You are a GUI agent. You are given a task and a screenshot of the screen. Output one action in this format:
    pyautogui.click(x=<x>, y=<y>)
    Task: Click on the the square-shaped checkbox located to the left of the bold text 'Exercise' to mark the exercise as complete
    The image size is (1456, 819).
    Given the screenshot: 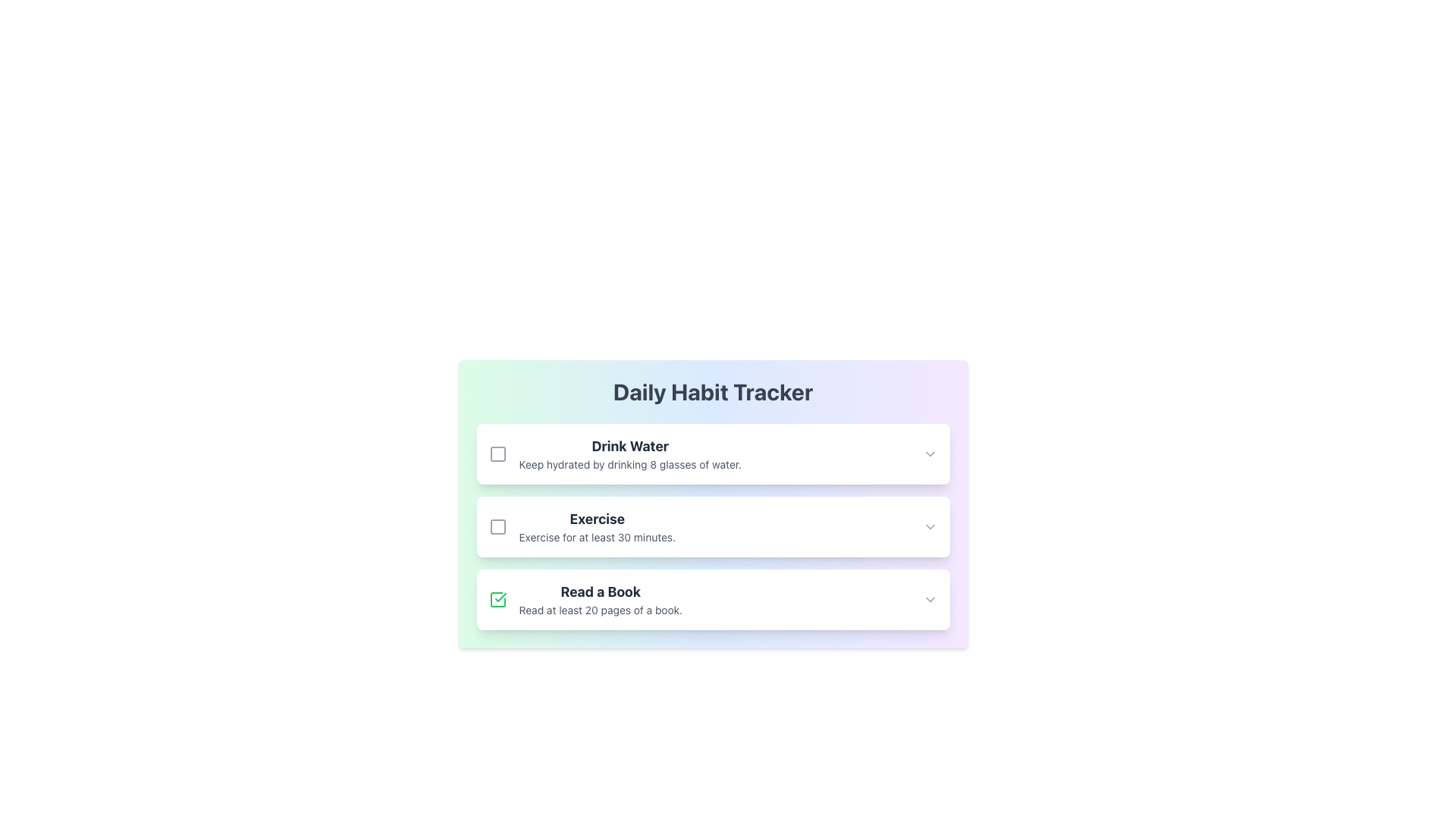 What is the action you would take?
    pyautogui.click(x=497, y=526)
    